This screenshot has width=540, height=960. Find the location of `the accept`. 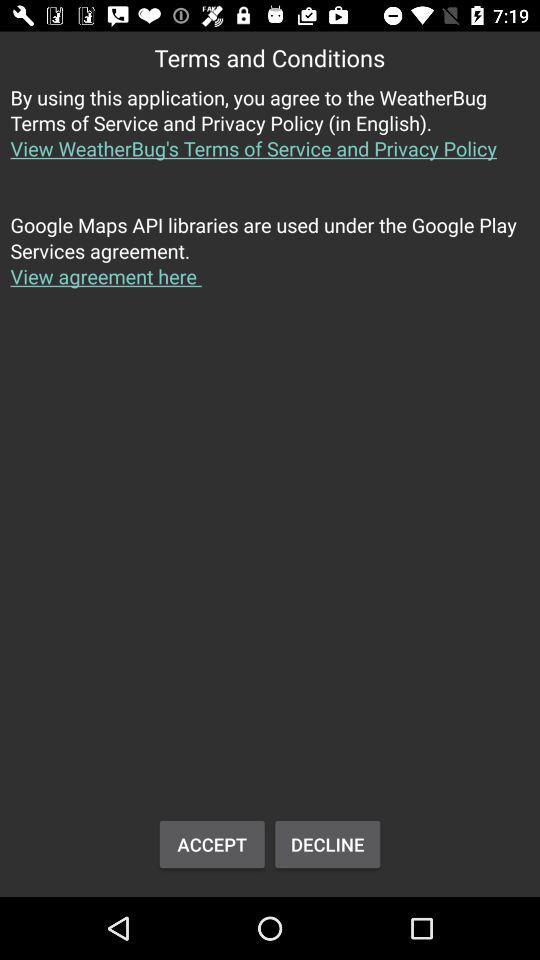

the accept is located at coordinates (211, 843).